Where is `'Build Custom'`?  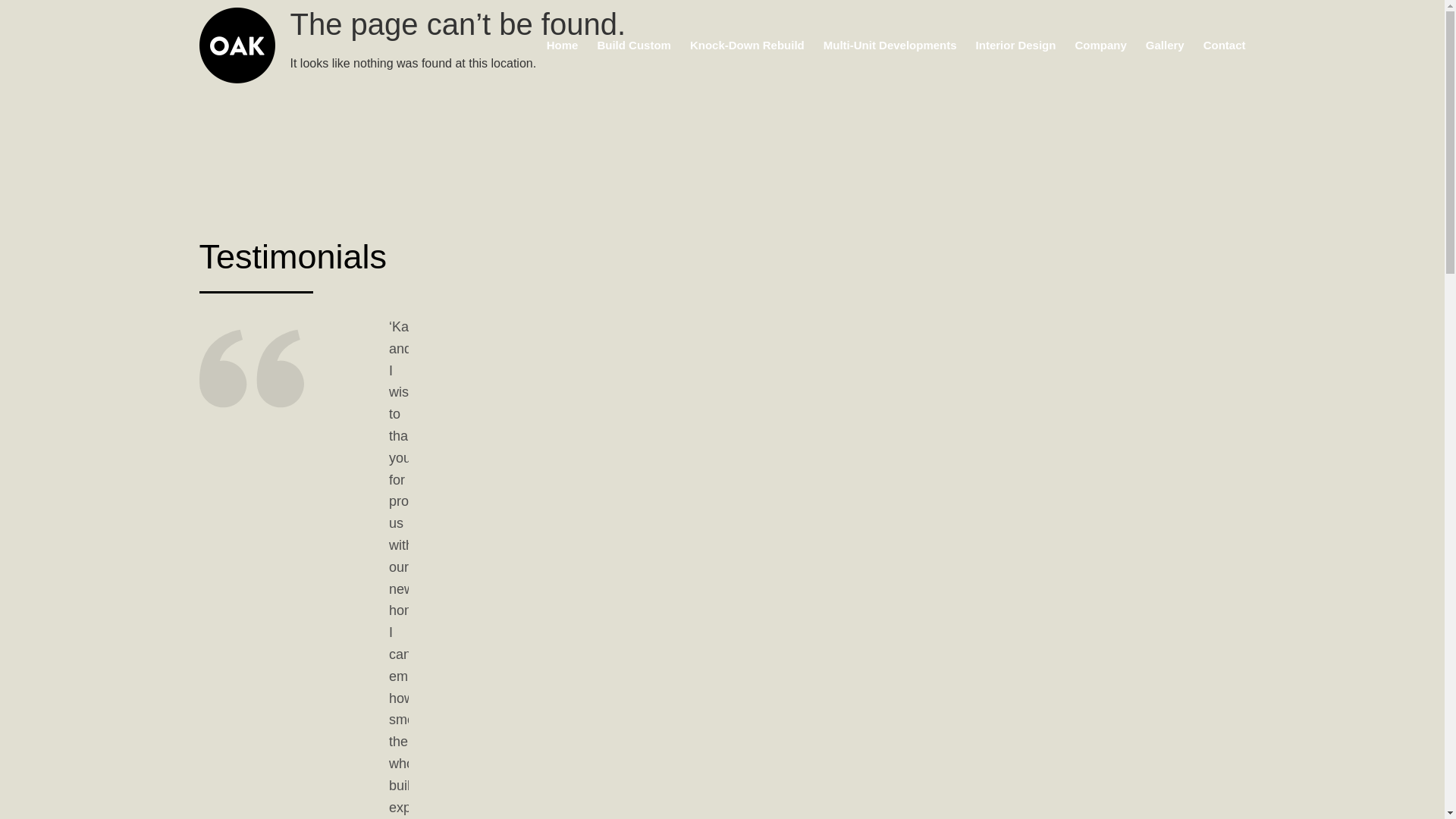
'Build Custom' is located at coordinates (633, 45).